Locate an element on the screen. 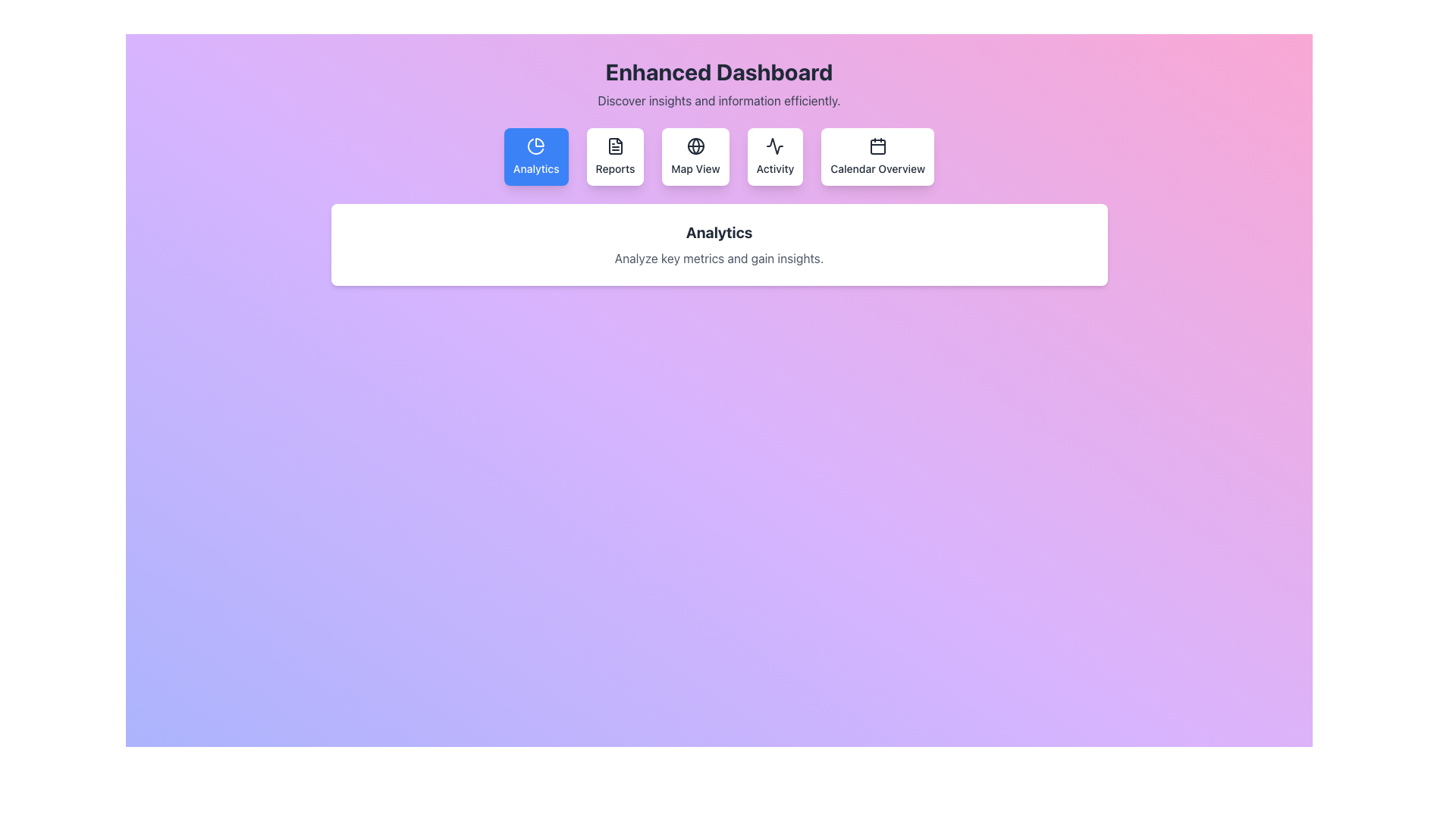 This screenshot has height=819, width=1456. the minimalist calendar icon located at the far right of the 'Calendar Overview' card beneath the 'Enhanced Dashboard' heading is located at coordinates (877, 146).